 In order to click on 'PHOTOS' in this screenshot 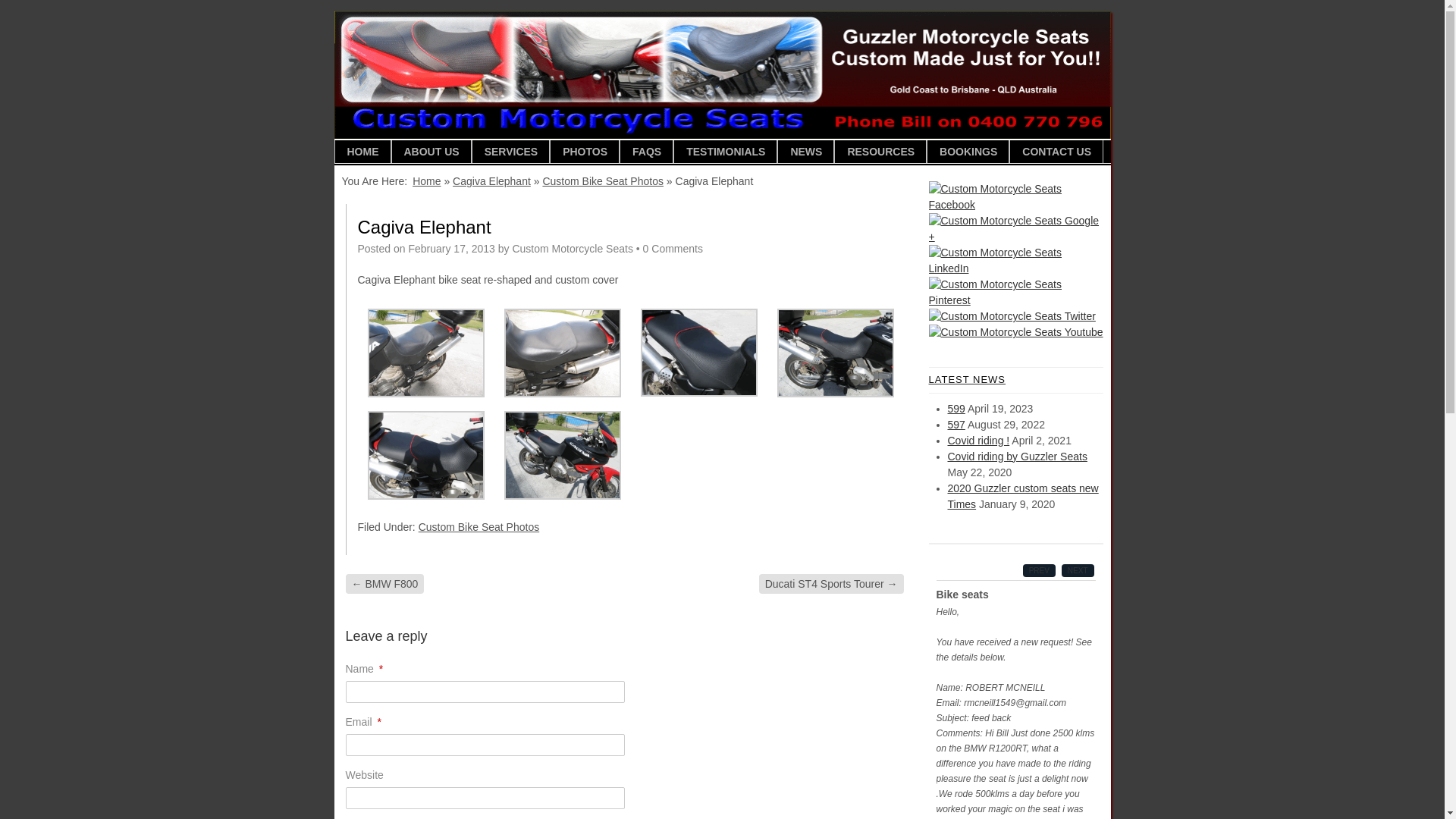, I will do `click(584, 152)`.